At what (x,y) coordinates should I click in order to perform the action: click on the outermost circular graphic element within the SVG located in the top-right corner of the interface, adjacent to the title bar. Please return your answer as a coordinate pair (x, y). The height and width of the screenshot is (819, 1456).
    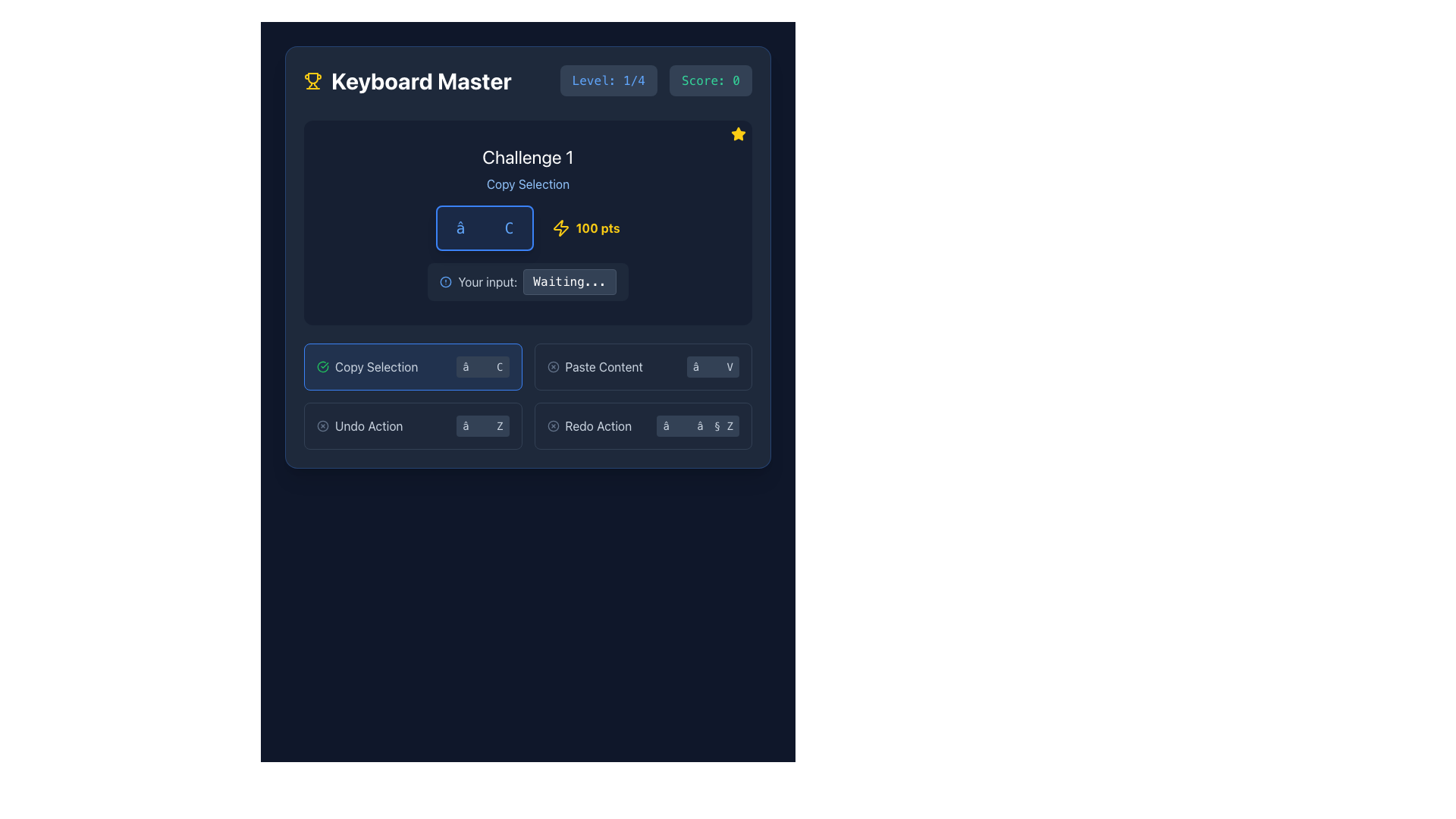
    Looking at the image, I should click on (552, 366).